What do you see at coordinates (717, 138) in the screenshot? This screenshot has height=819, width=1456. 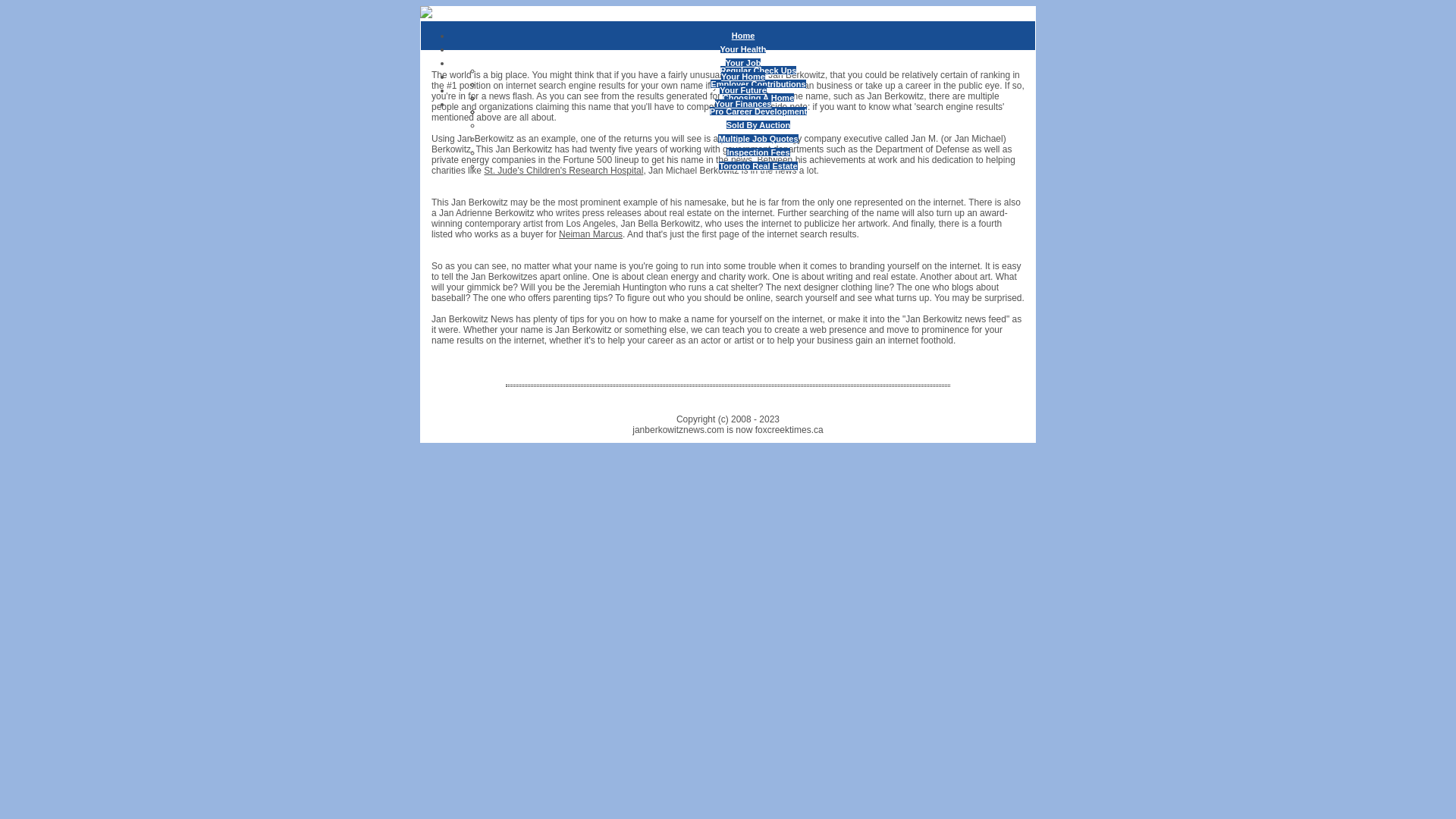 I see `'Multiple Job Quotes'` at bounding box center [717, 138].